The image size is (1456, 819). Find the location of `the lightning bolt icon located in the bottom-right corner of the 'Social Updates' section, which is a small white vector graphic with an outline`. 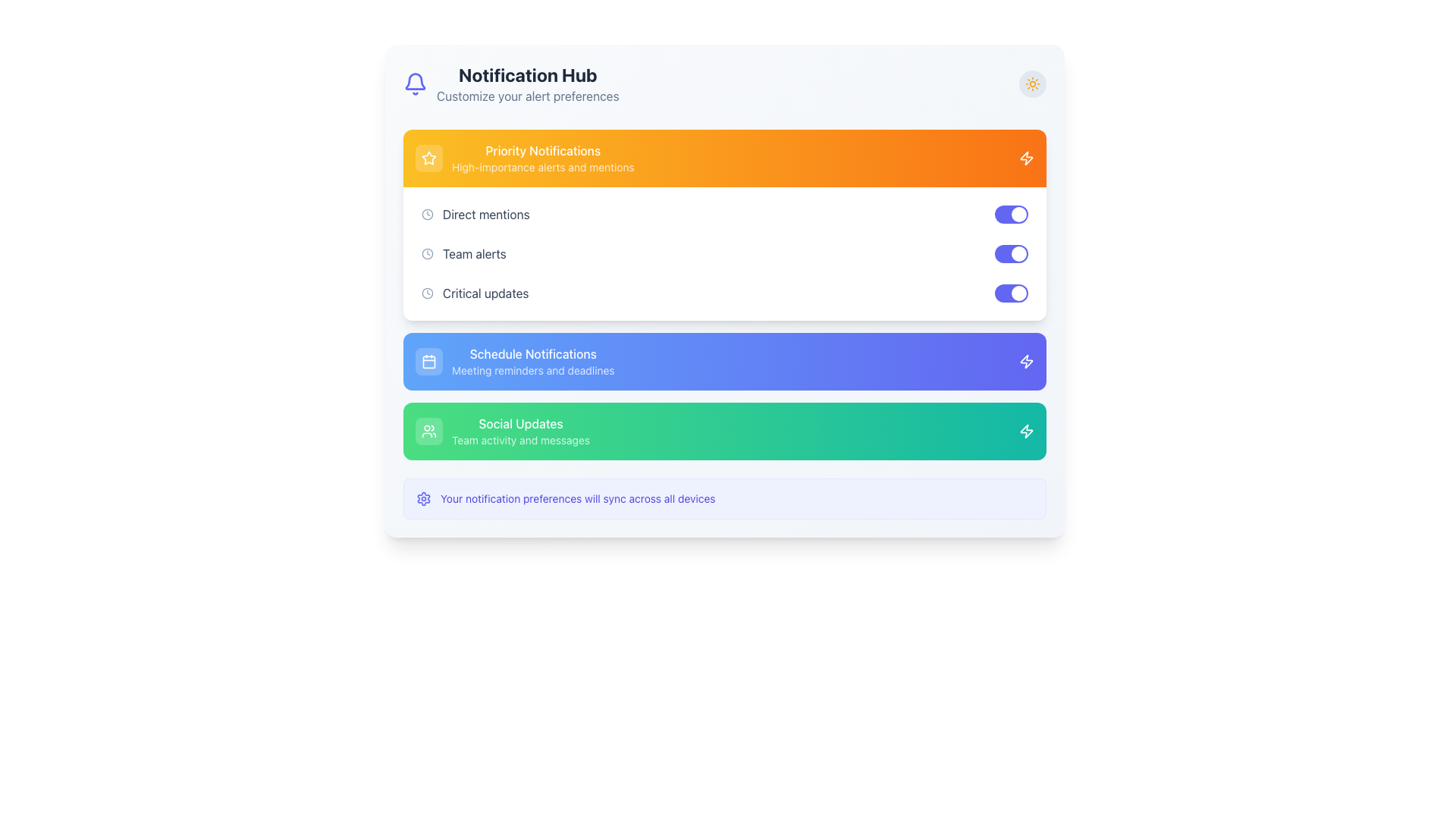

the lightning bolt icon located in the bottom-right corner of the 'Social Updates' section, which is a small white vector graphic with an outline is located at coordinates (1026, 431).